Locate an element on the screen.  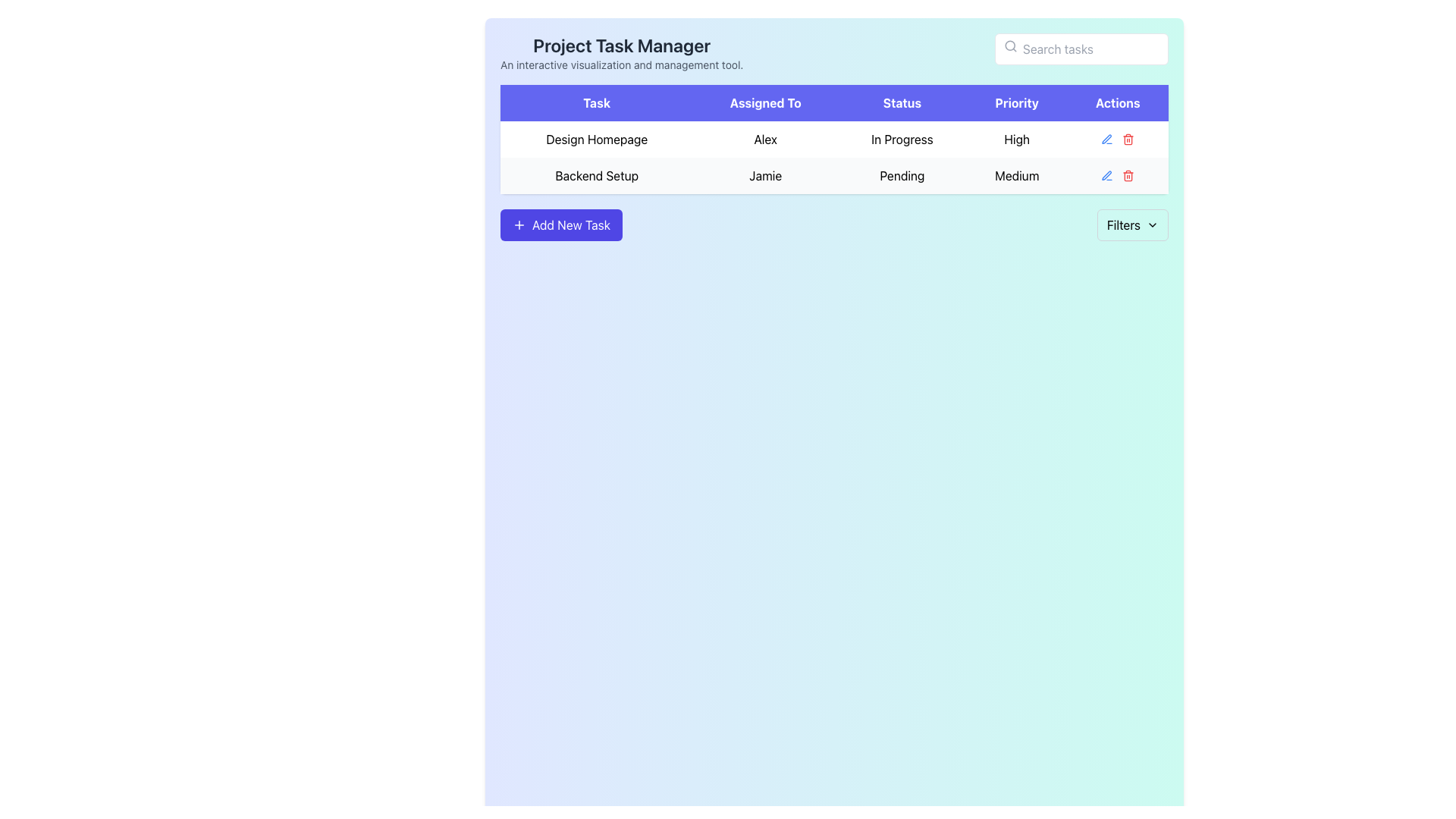
the Text Input box is located at coordinates (1081, 49).